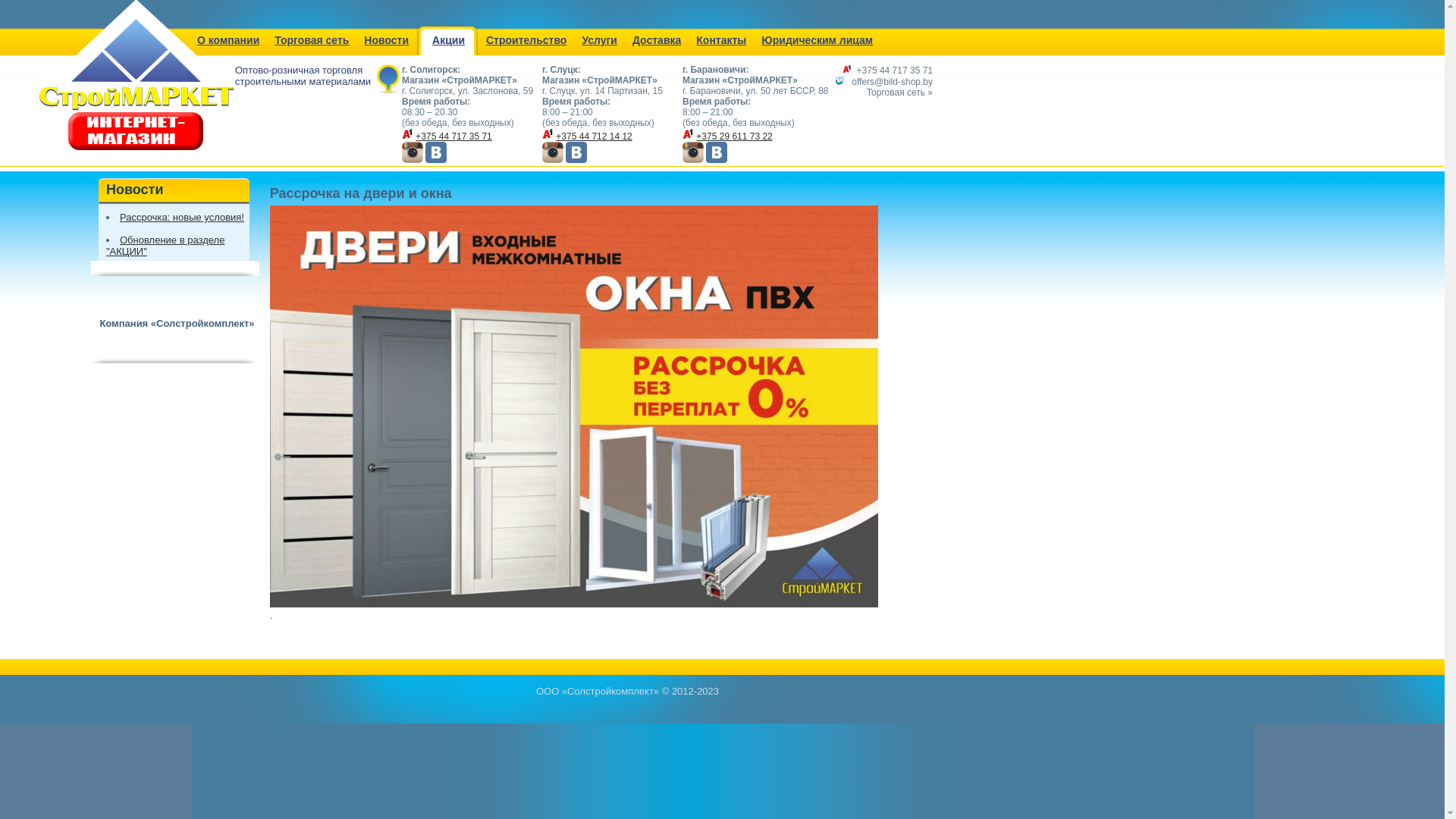 The width and height of the screenshot is (1456, 819). Describe the element at coordinates (695, 136) in the screenshot. I see `'+375 29 611 73 22'` at that location.